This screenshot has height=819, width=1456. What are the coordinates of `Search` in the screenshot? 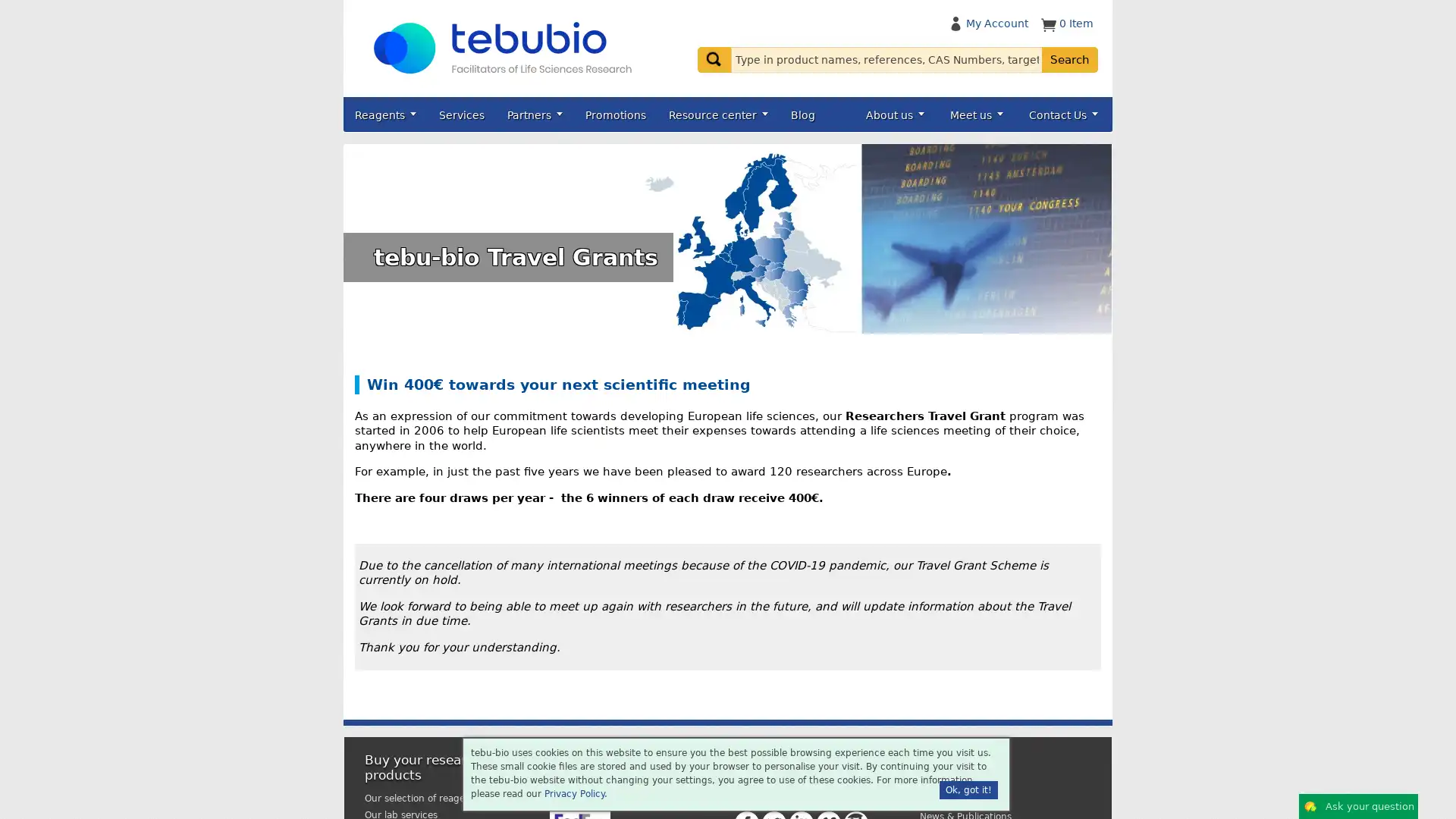 It's located at (1069, 58).